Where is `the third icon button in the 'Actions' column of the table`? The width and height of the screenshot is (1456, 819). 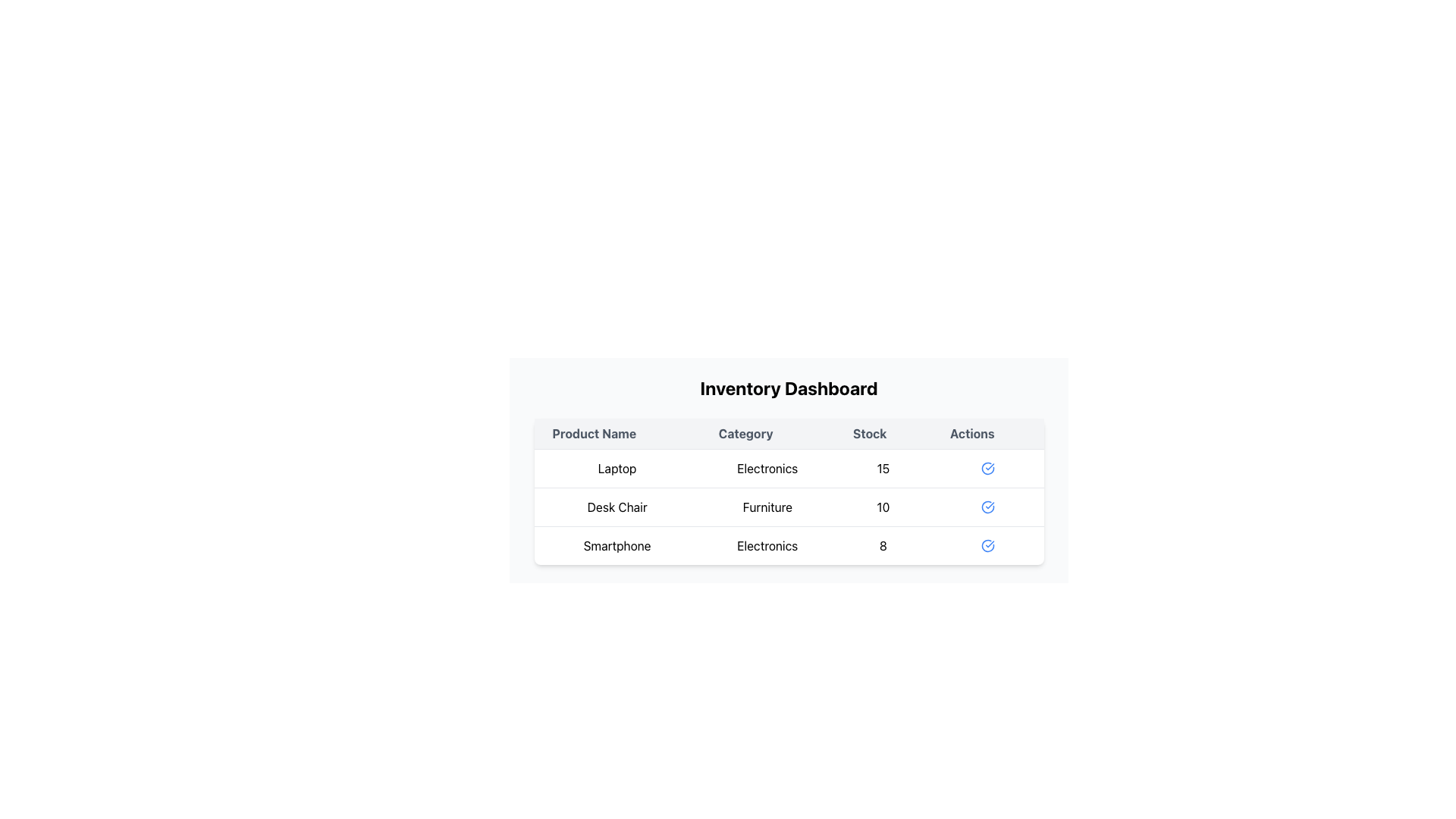 the third icon button in the 'Actions' column of the table is located at coordinates (987, 546).